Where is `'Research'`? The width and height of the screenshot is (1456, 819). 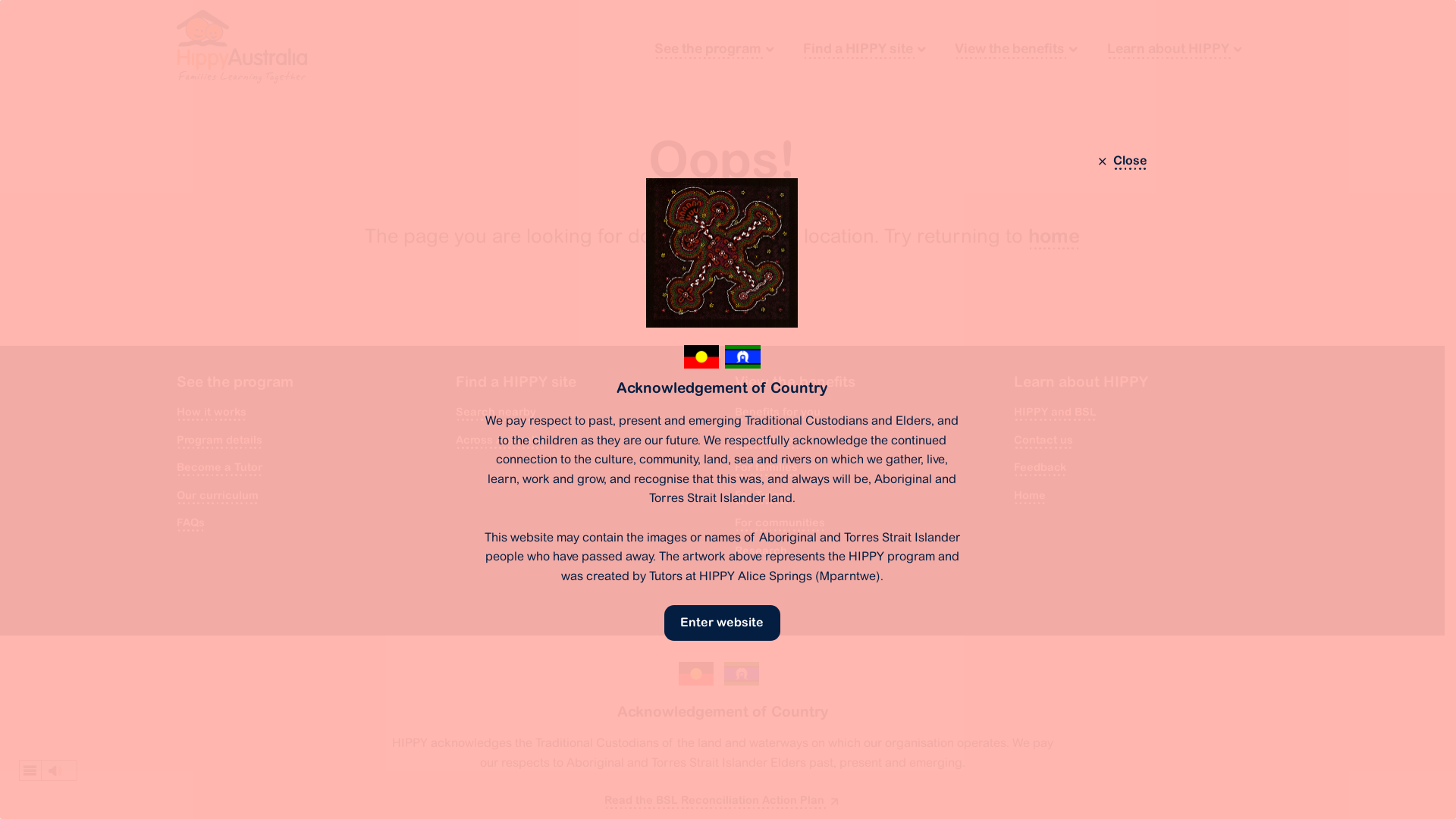
'Research' is located at coordinates (760, 550).